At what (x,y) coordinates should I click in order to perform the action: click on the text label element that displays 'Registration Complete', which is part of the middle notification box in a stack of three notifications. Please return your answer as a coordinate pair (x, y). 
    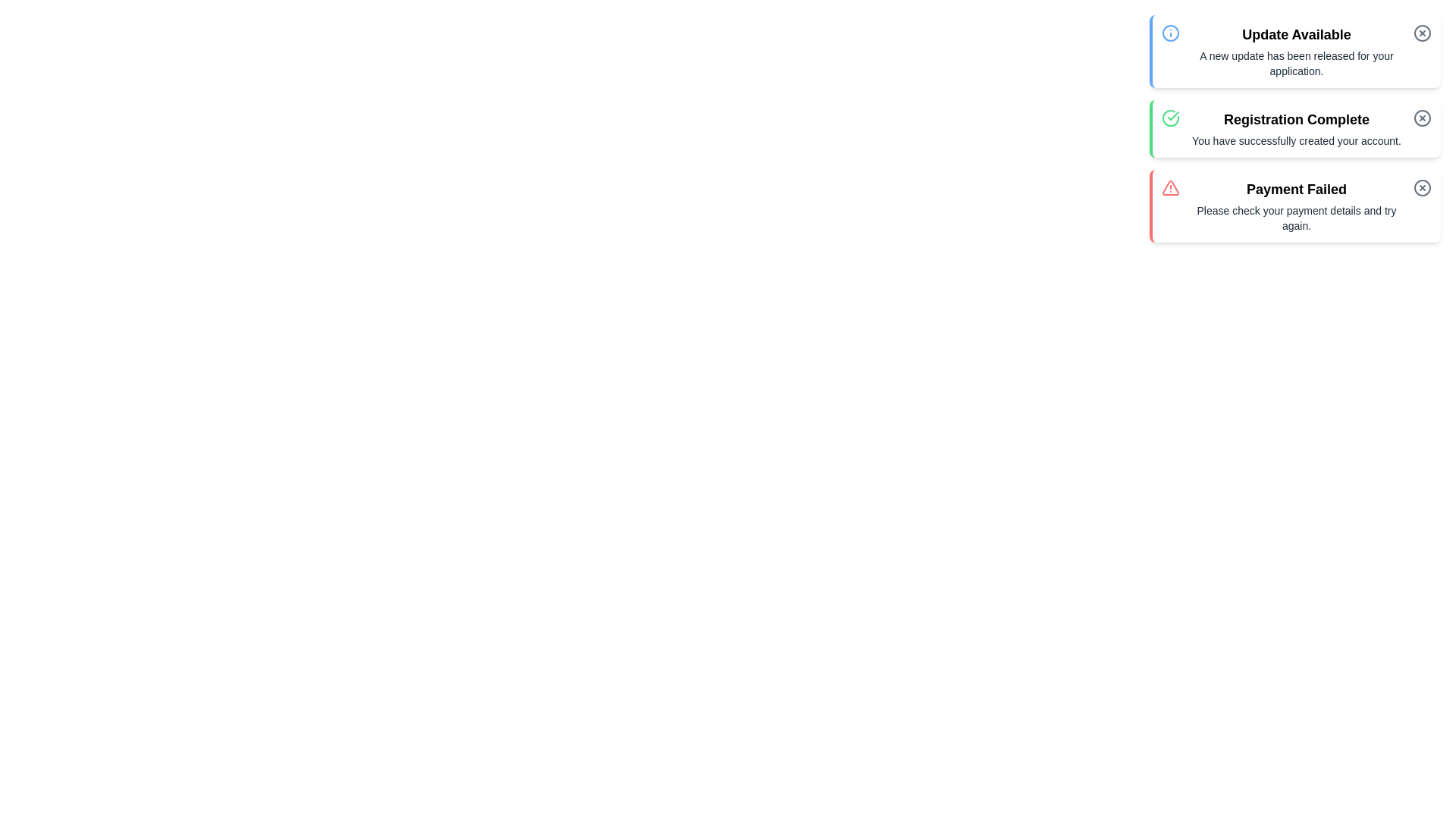
    Looking at the image, I should click on (1295, 119).